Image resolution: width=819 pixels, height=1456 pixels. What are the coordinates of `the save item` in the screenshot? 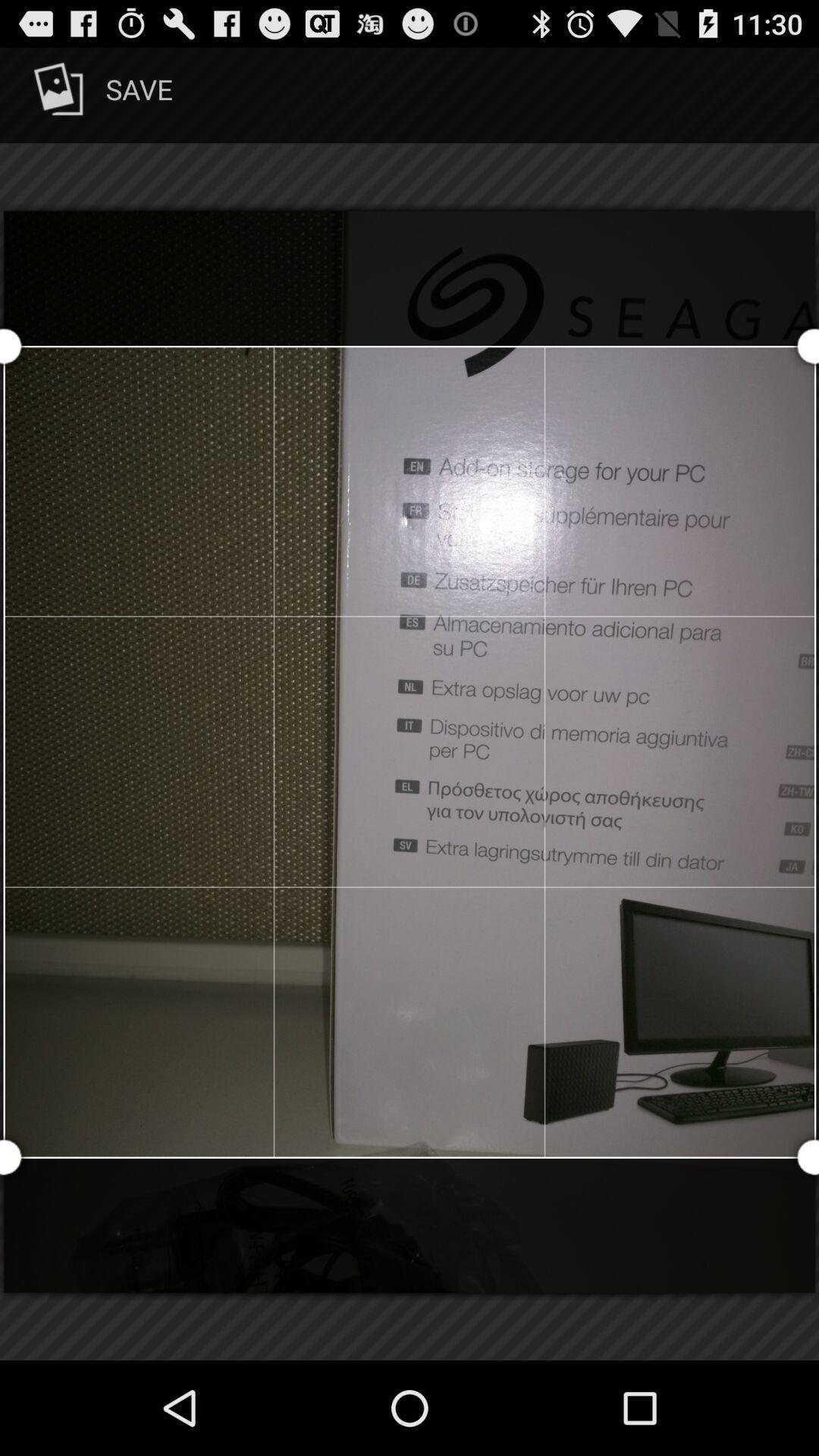 It's located at (100, 94).